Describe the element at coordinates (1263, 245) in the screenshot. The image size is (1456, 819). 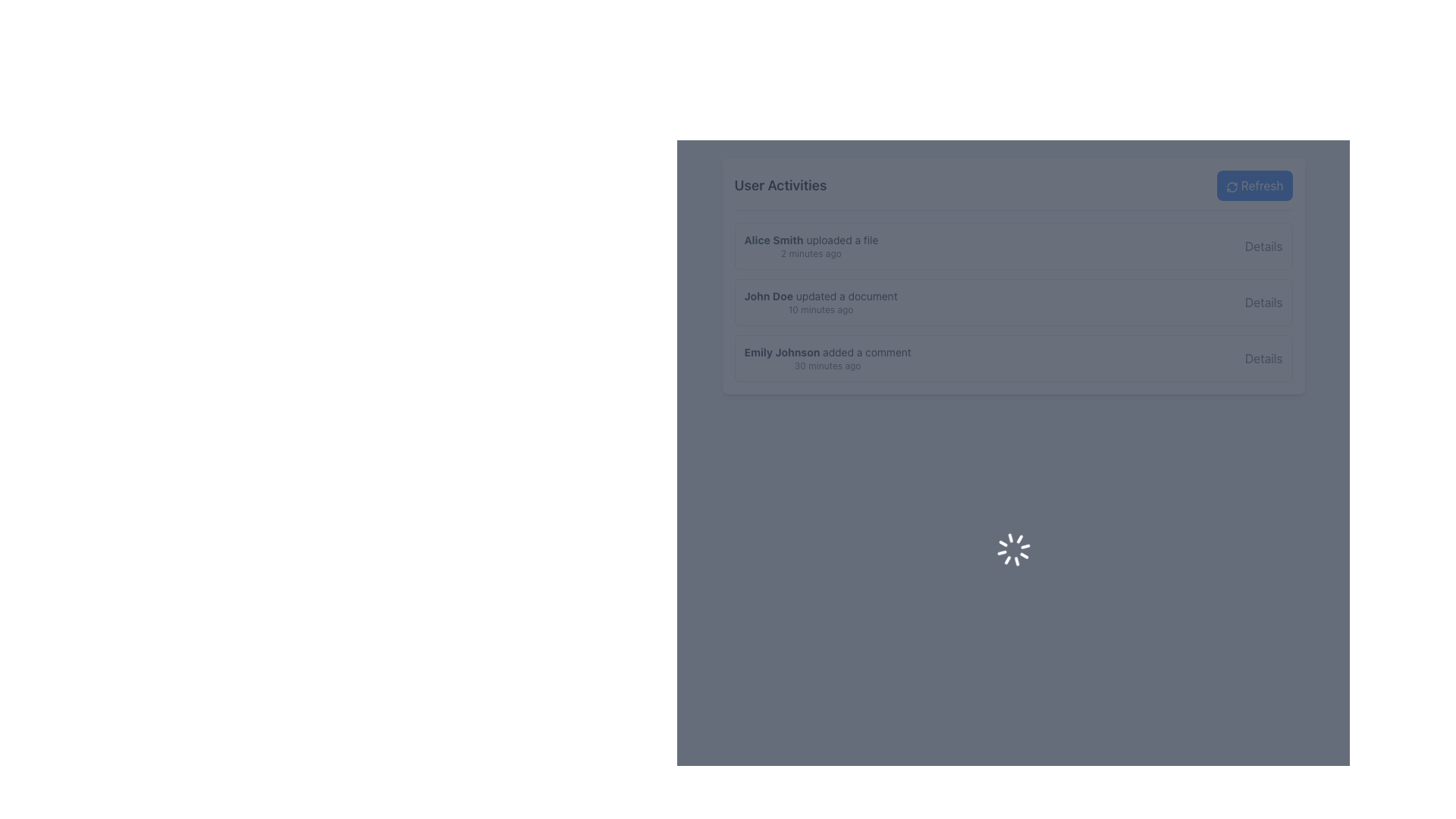
I see `the clickable text link located on the right side of the notification entry for 'Alice Smith uploaded a file 2 minutes ago' in the 'User Activities' section` at that location.